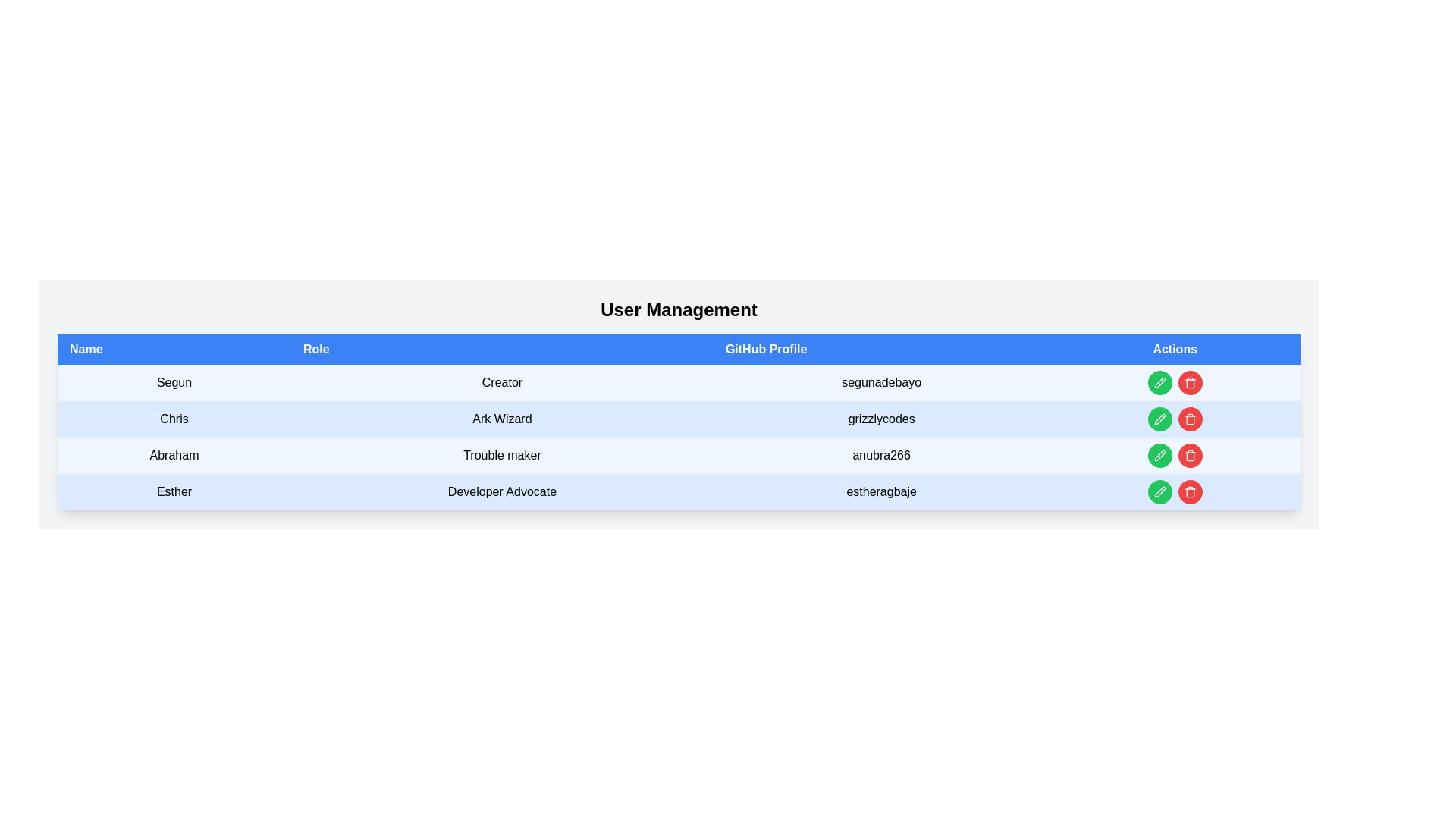  Describe the element at coordinates (502, 491) in the screenshot. I see `the text cell displaying 'Developer Advocate' in the second column of the last row of the table` at that location.